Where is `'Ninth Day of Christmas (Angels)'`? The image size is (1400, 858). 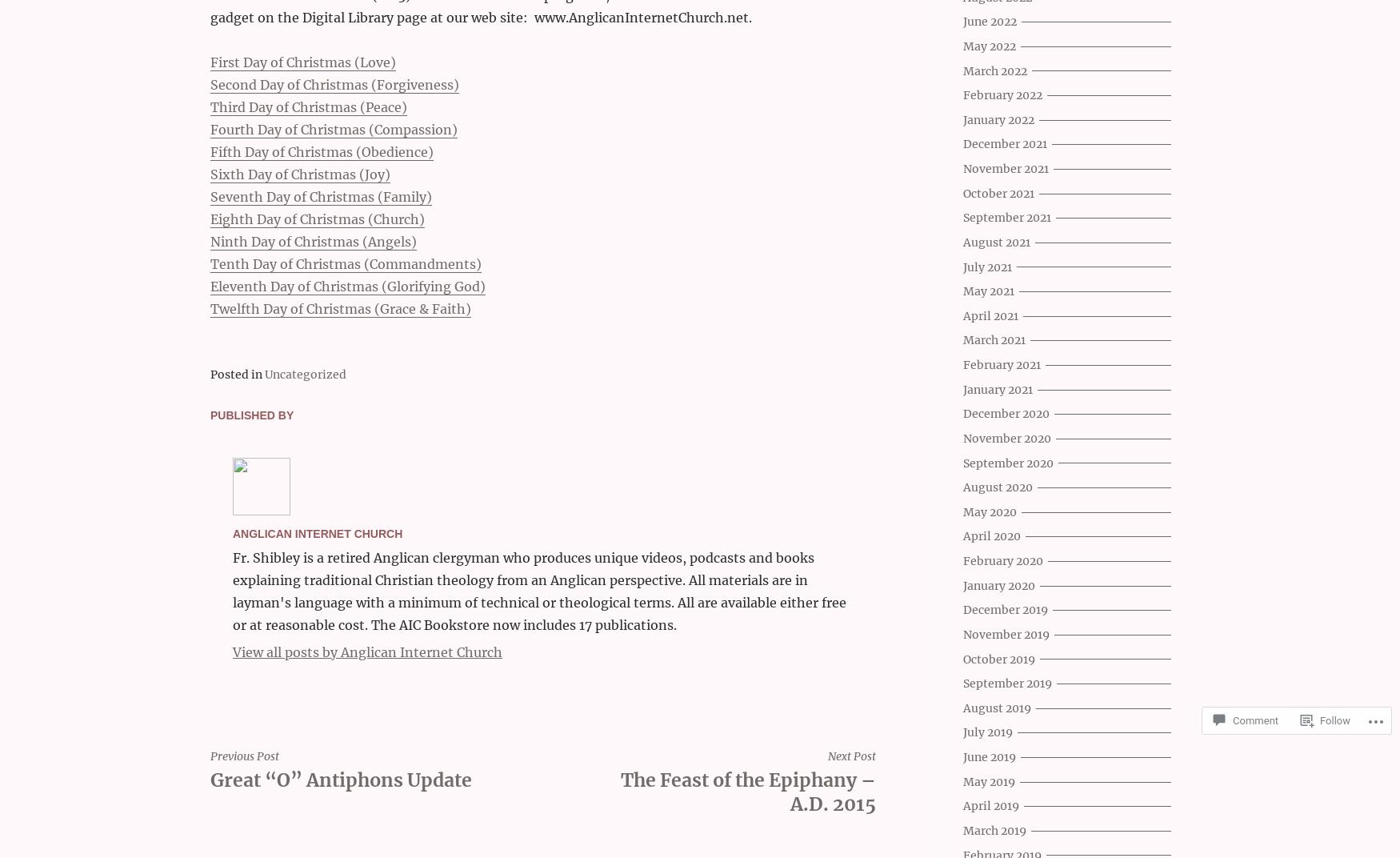 'Ninth Day of Christmas (Angels)' is located at coordinates (313, 240).